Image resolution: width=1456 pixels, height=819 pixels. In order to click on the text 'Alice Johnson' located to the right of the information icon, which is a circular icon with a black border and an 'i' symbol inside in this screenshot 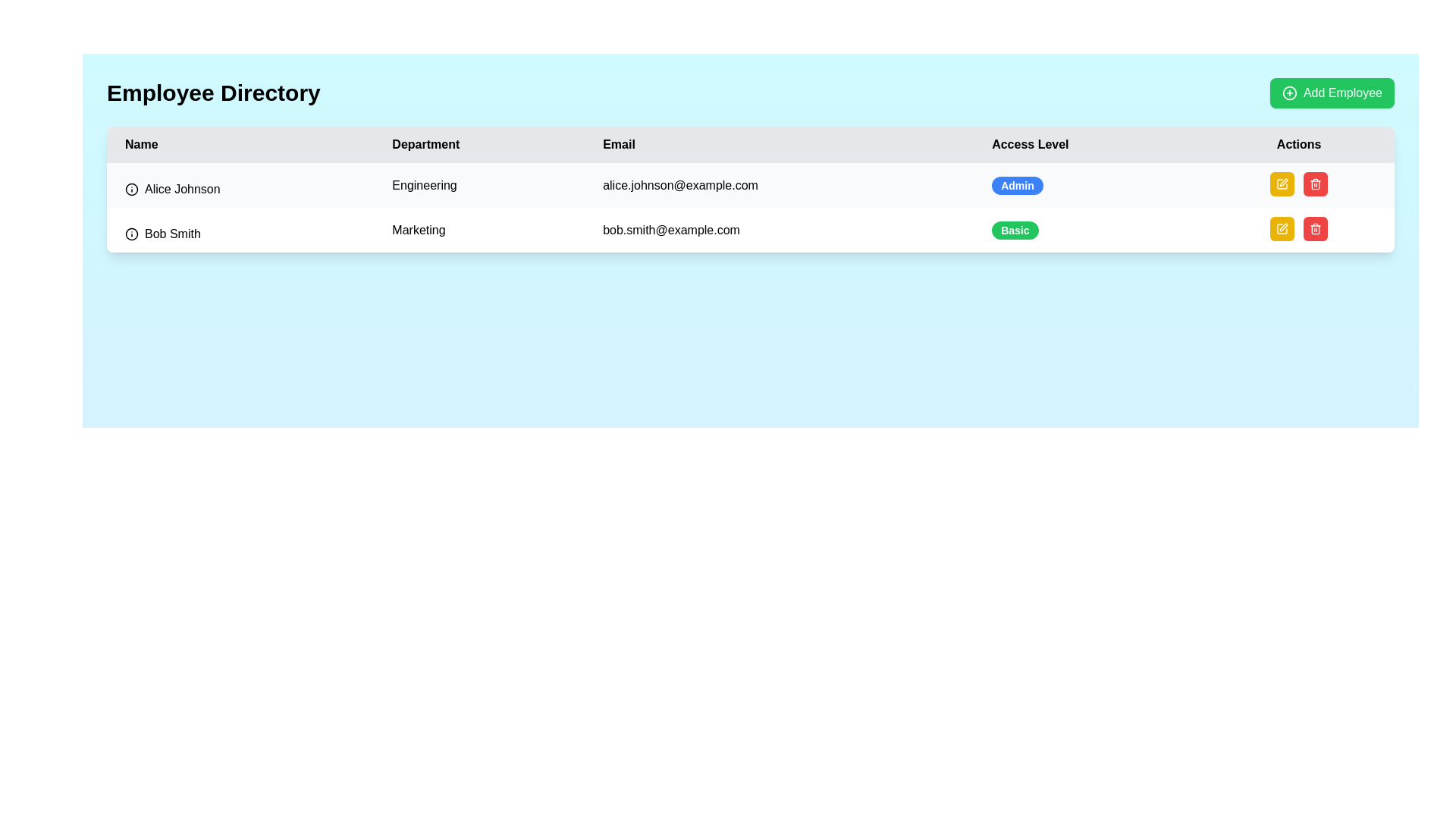, I will do `click(131, 189)`.